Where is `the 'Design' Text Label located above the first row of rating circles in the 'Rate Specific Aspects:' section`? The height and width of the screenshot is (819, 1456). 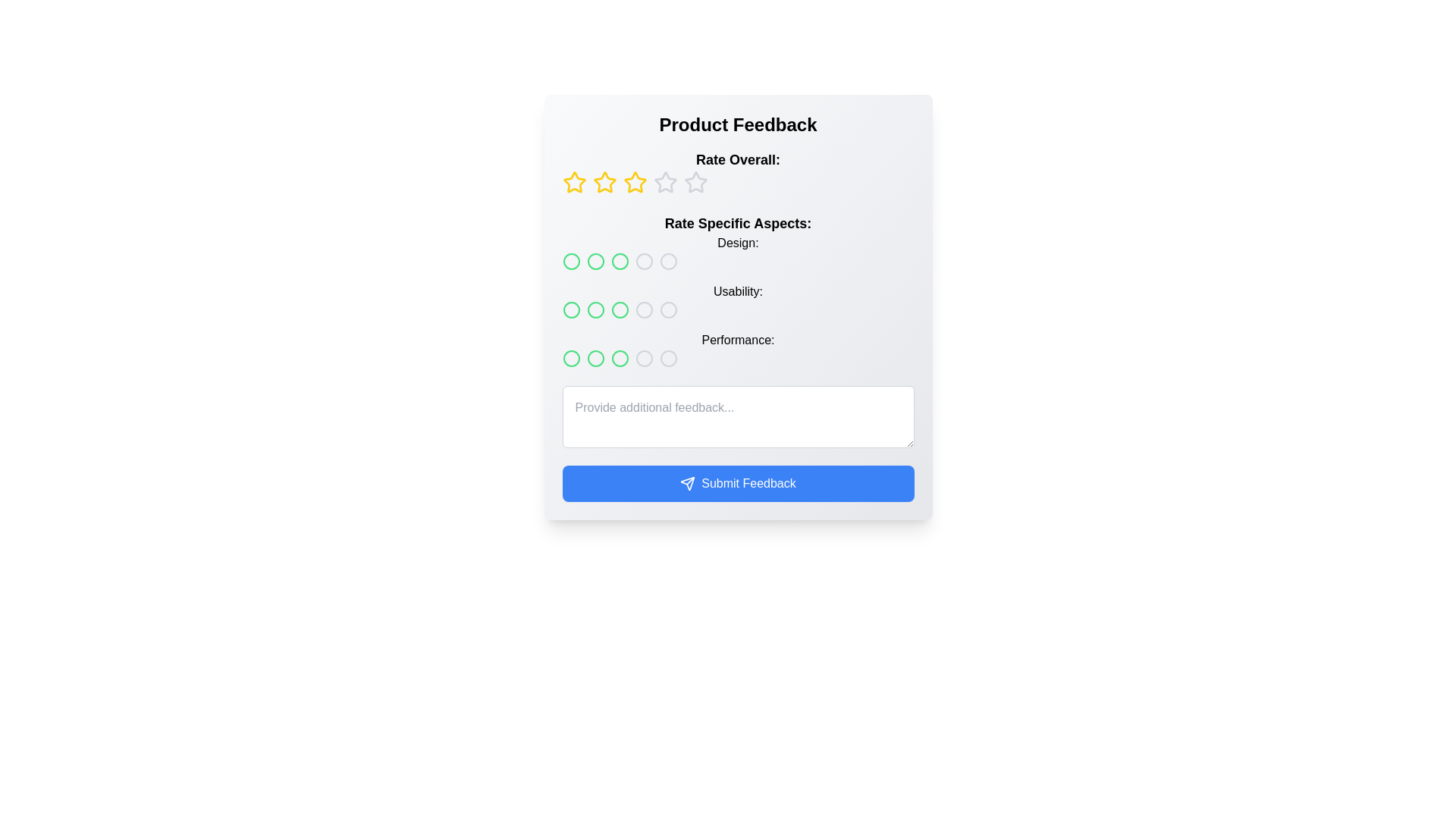
the 'Design' Text Label located above the first row of rating circles in the 'Rate Specific Aspects:' section is located at coordinates (738, 251).